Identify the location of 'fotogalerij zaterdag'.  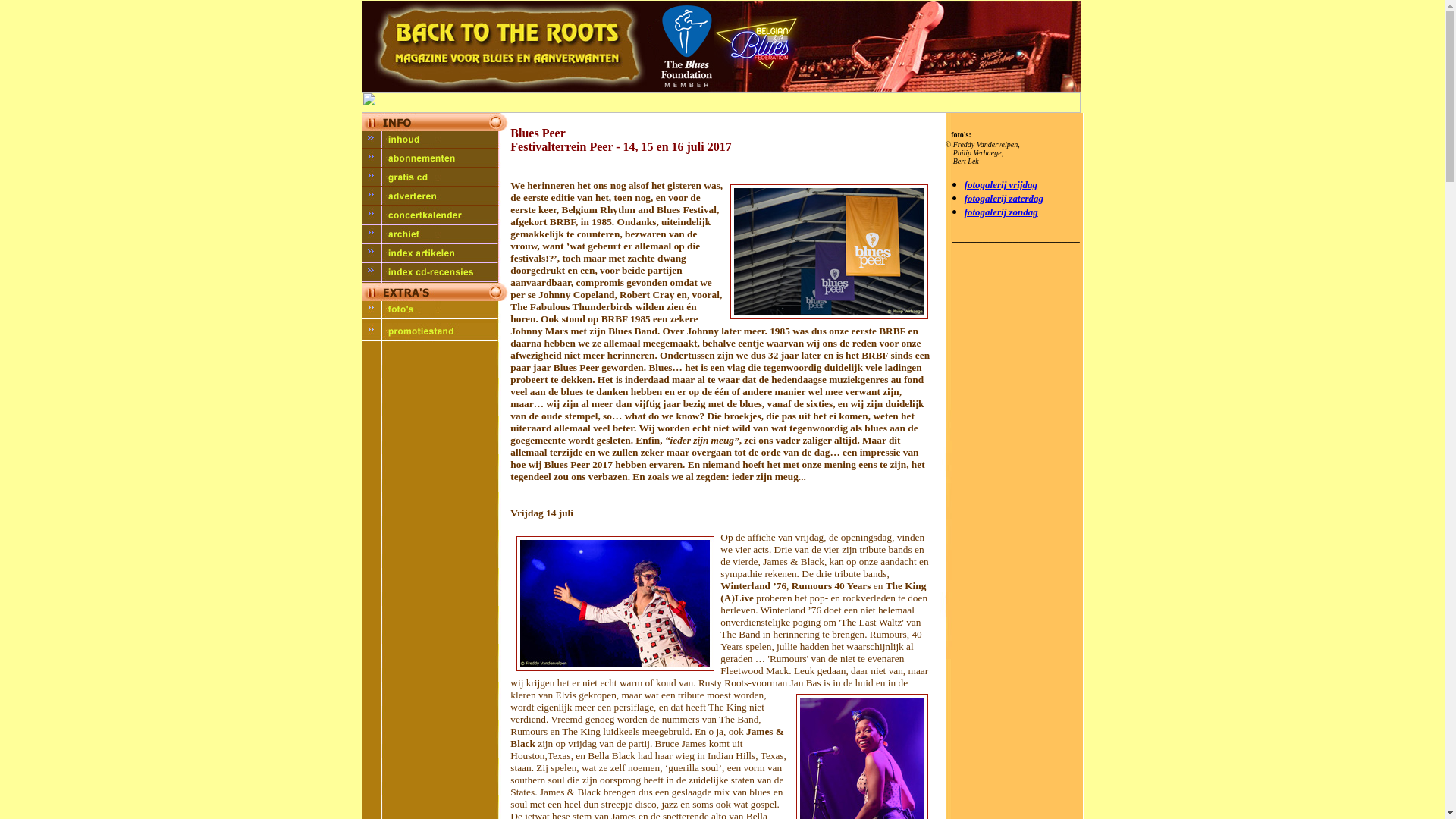
(1004, 196).